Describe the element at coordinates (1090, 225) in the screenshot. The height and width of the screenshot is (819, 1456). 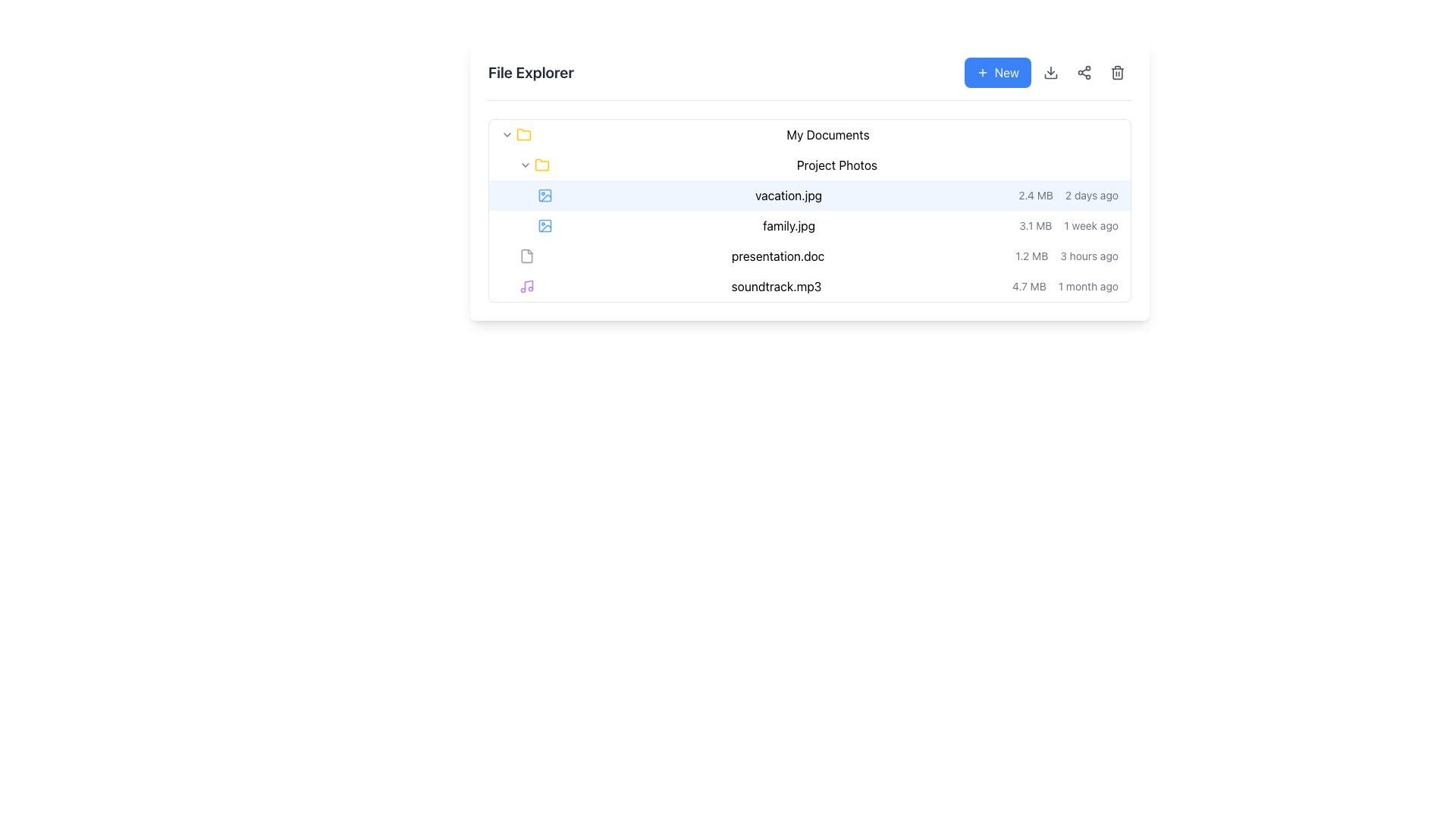
I see `the static text label indicating the timestamp or relative age of the associated file, which is positioned to the far right of the '3.1 MB' file size label` at that location.